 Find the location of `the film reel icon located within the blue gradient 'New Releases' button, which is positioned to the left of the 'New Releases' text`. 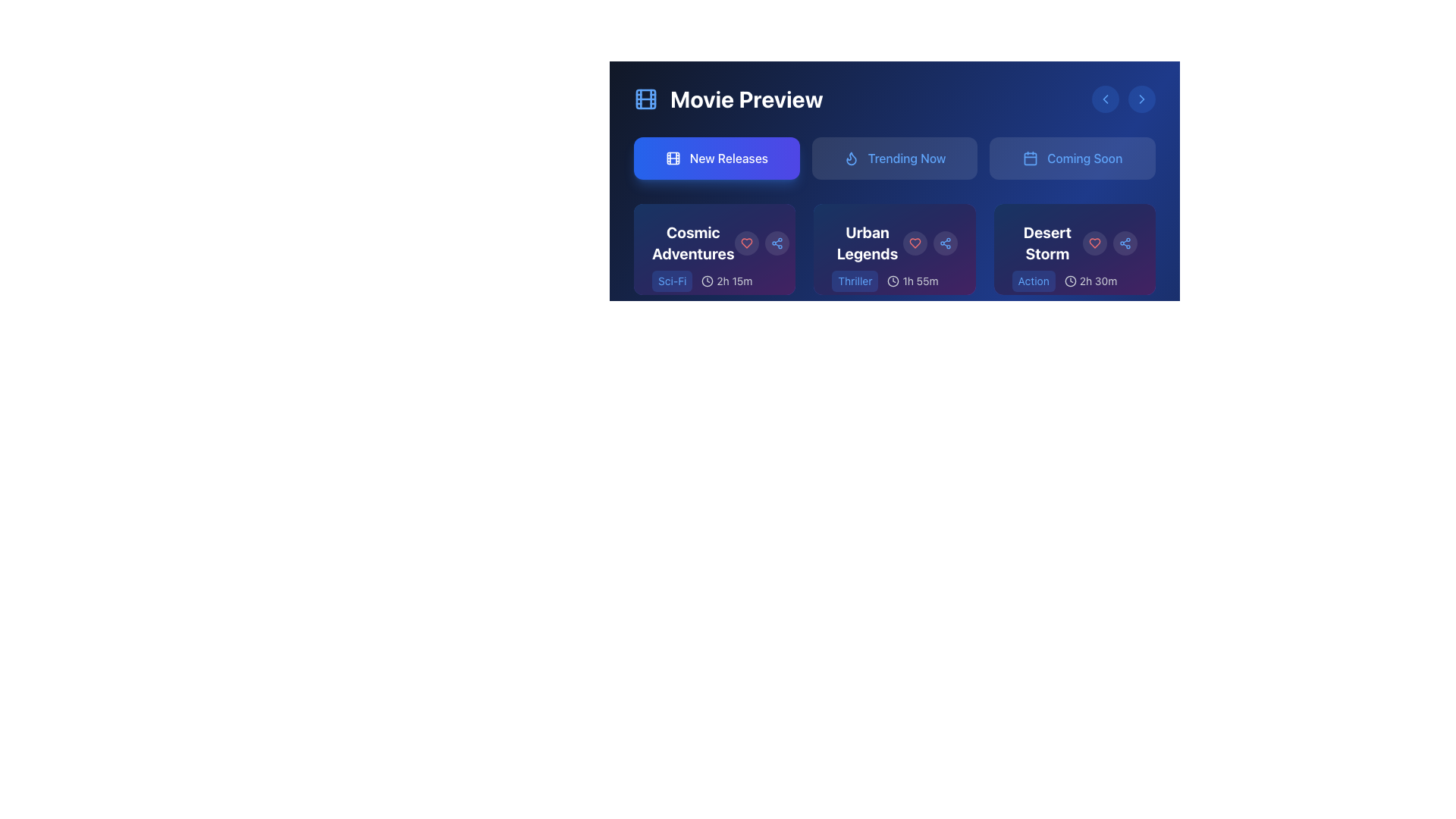

the film reel icon located within the blue gradient 'New Releases' button, which is positioned to the left of the 'New Releases' text is located at coordinates (672, 158).